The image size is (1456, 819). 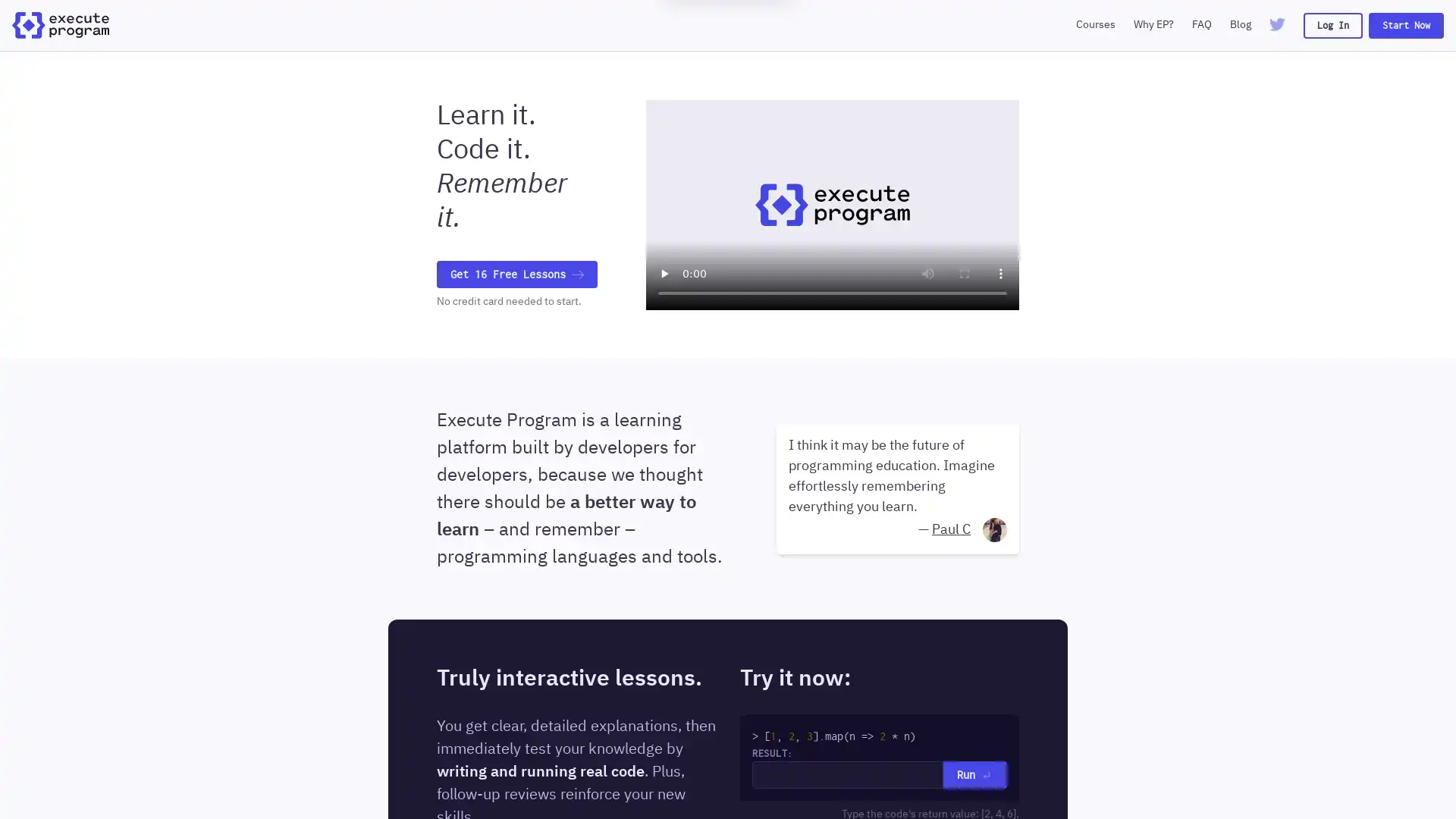 I want to click on mute, so click(x=927, y=271).